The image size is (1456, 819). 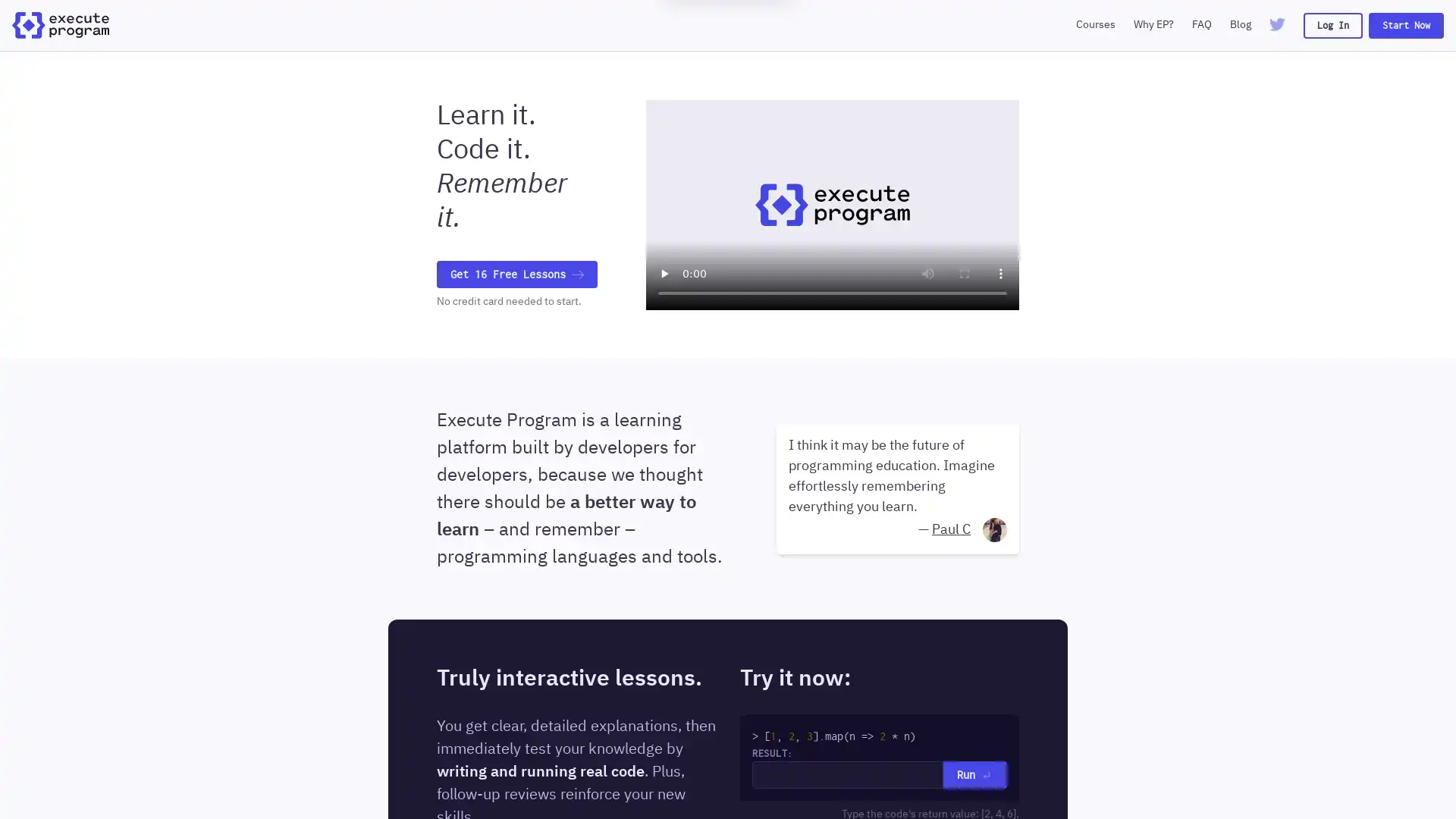 I want to click on mute, so click(x=927, y=271).